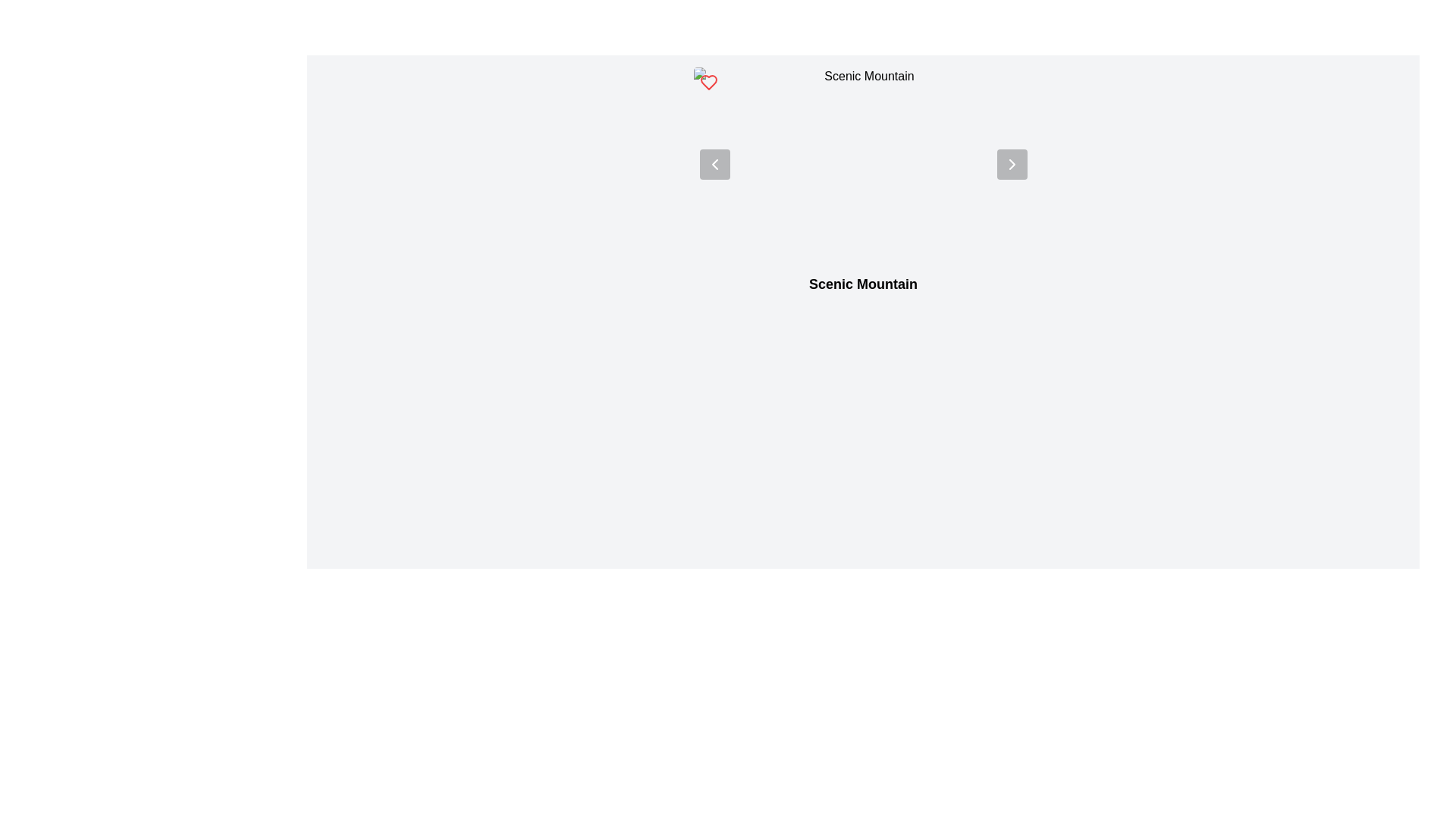 The height and width of the screenshot is (819, 1456). I want to click on the leftward navigation button with a gray background and a white leftward arrow icon, so click(714, 164).